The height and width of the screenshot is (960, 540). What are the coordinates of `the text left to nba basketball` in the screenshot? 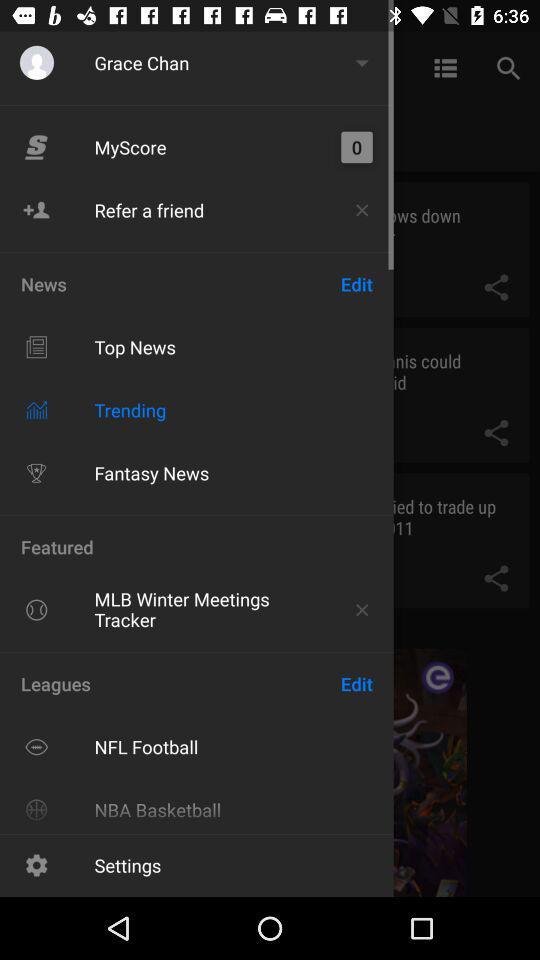 It's located at (36, 810).